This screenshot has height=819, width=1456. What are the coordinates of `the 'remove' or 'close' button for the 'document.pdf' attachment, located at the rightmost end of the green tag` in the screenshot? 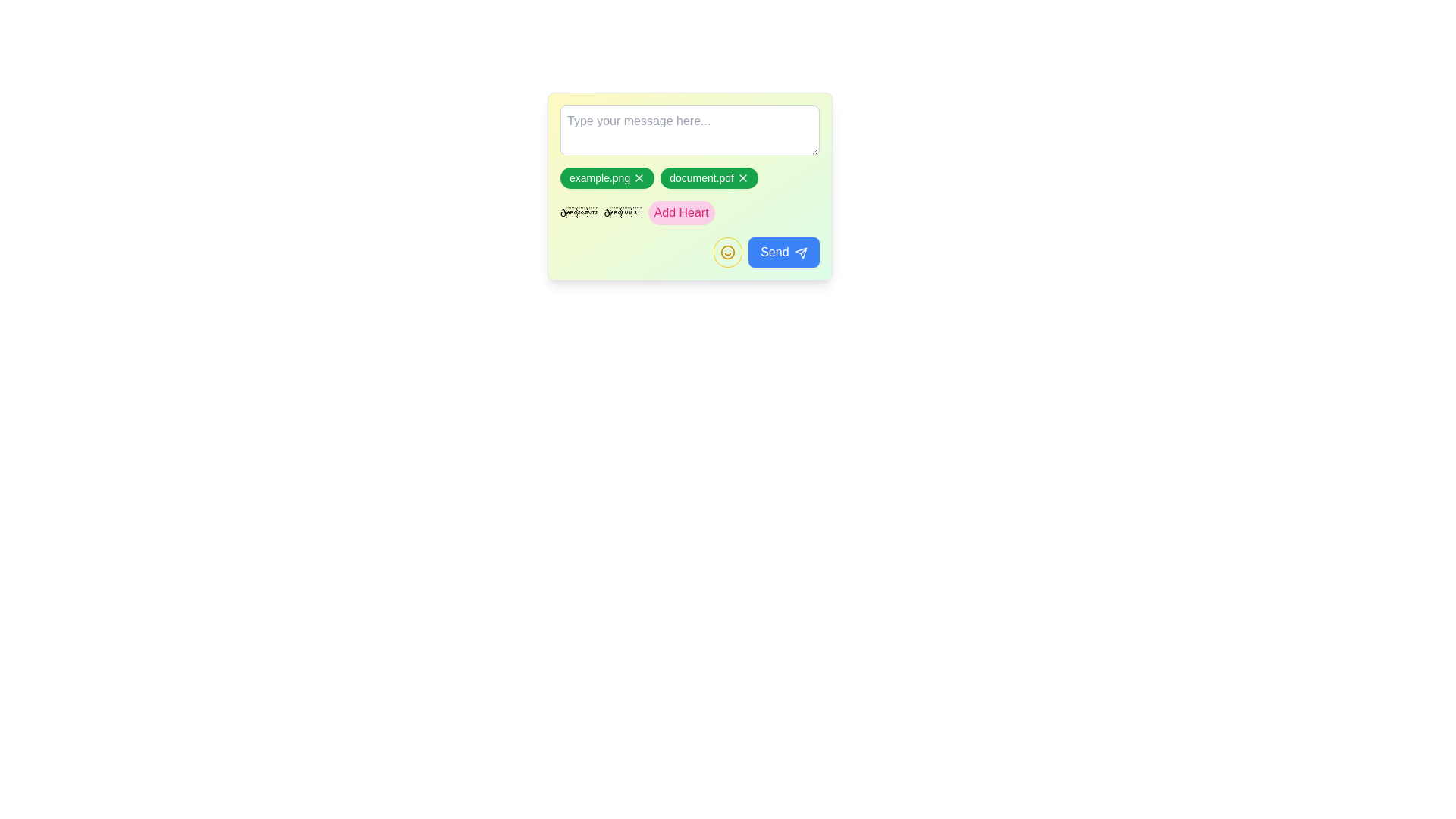 It's located at (742, 177).